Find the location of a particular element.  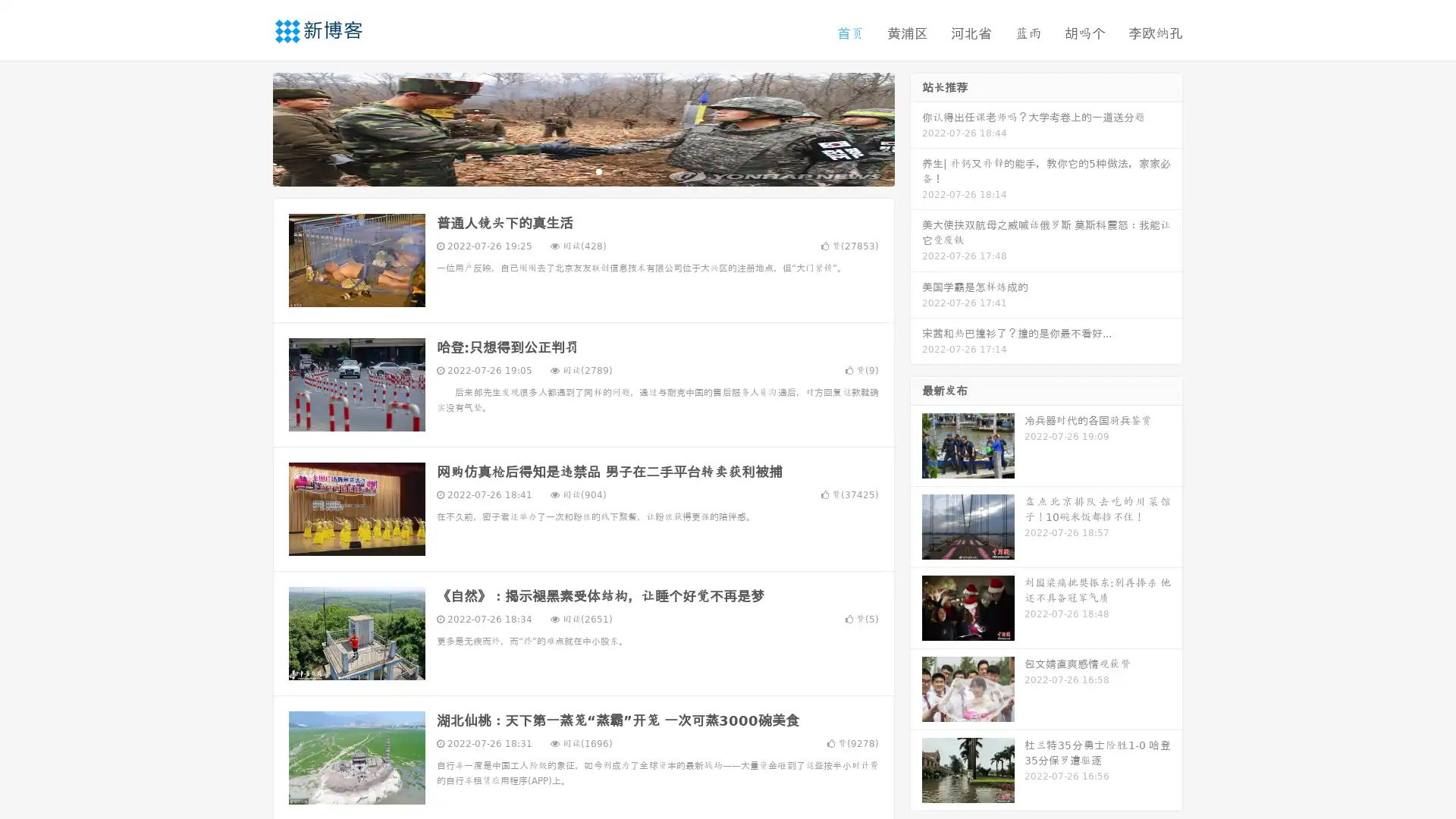

Previous slide is located at coordinates (250, 127).